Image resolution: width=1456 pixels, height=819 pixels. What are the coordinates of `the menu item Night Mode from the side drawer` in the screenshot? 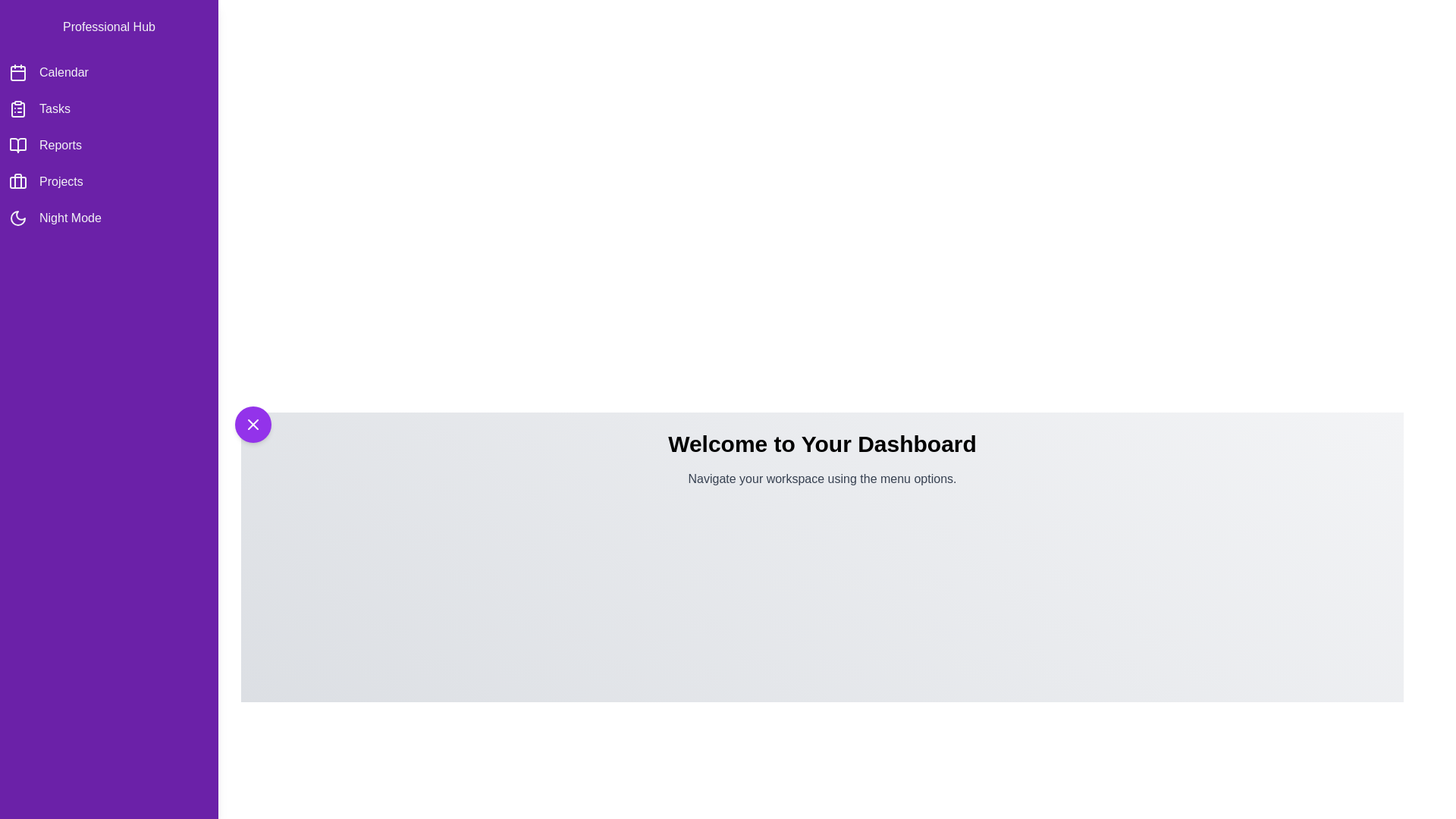 It's located at (108, 218).